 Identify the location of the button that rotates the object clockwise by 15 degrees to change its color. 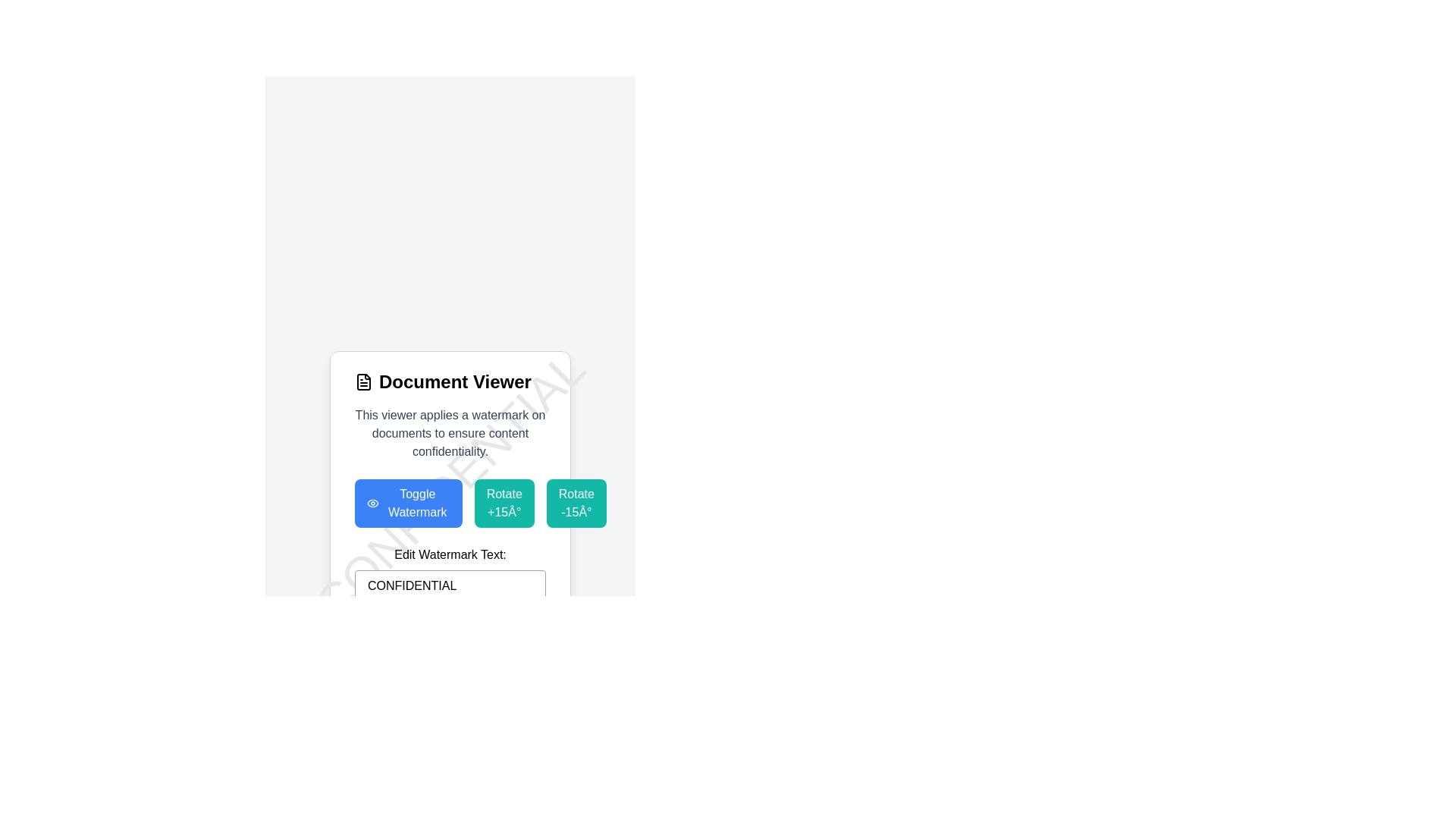
(504, 503).